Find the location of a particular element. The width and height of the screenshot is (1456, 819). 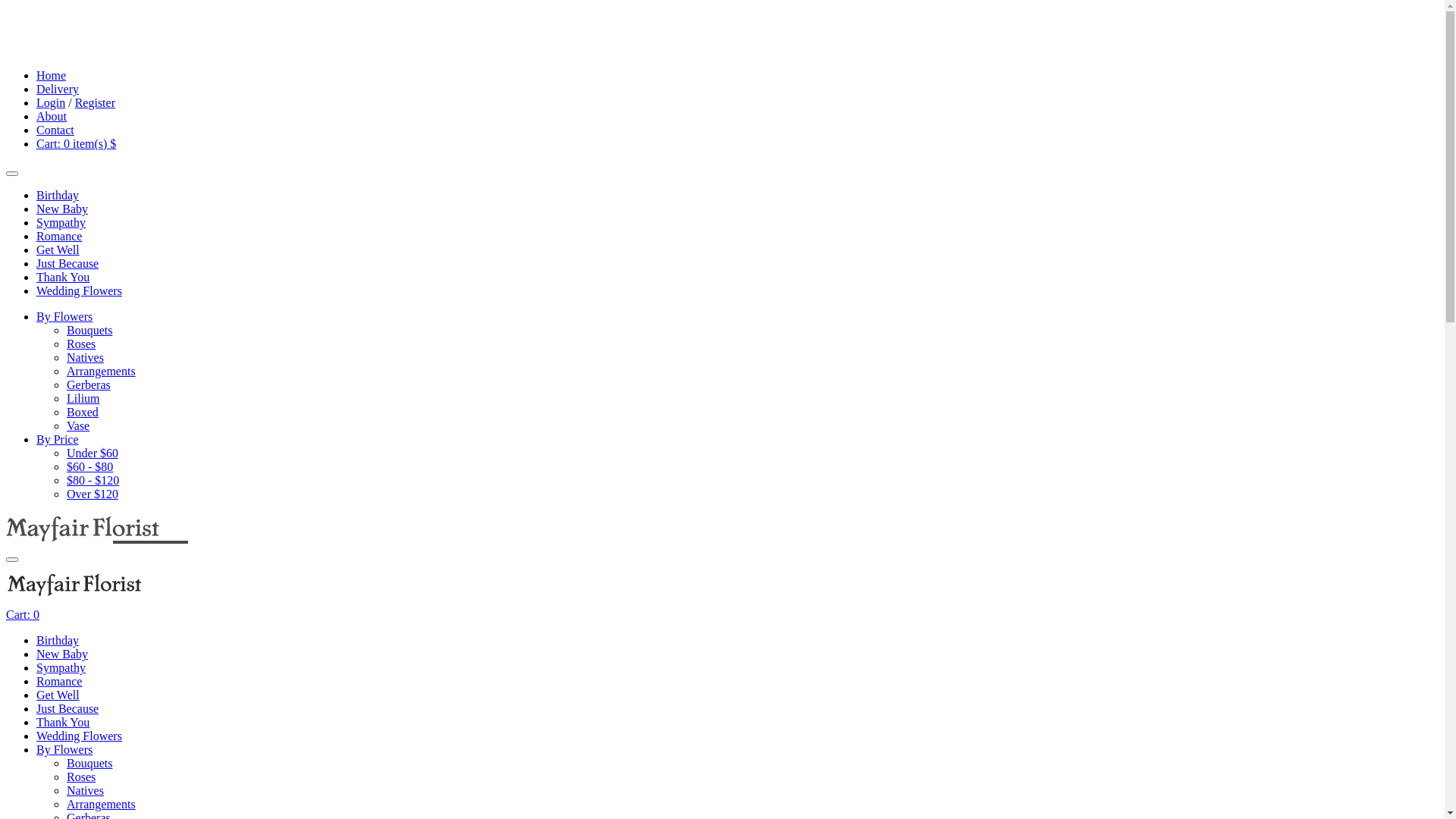

'Cart: 0 item(s) $' is located at coordinates (36, 143).